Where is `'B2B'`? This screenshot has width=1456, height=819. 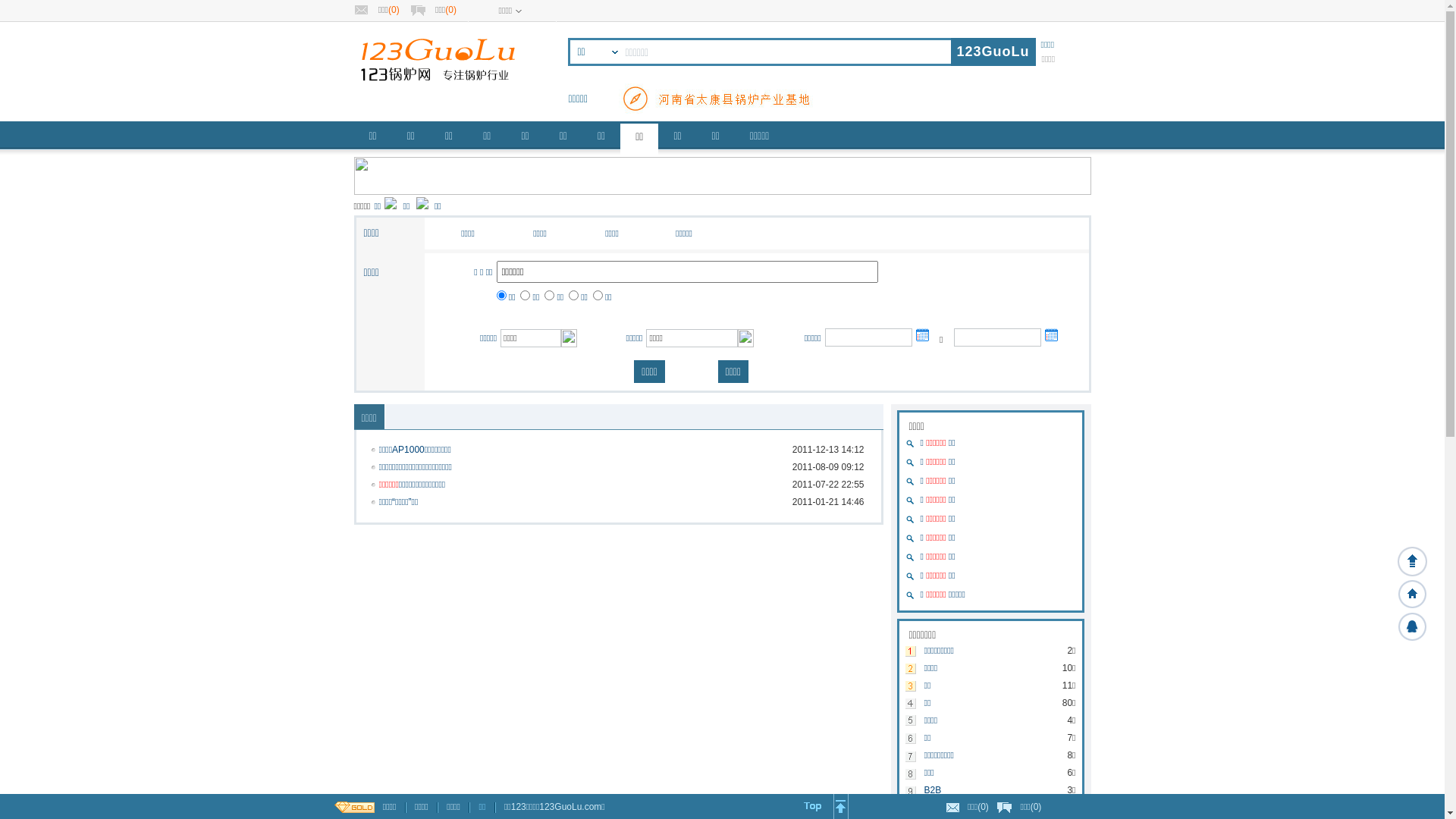
'B2B' is located at coordinates (923, 795).